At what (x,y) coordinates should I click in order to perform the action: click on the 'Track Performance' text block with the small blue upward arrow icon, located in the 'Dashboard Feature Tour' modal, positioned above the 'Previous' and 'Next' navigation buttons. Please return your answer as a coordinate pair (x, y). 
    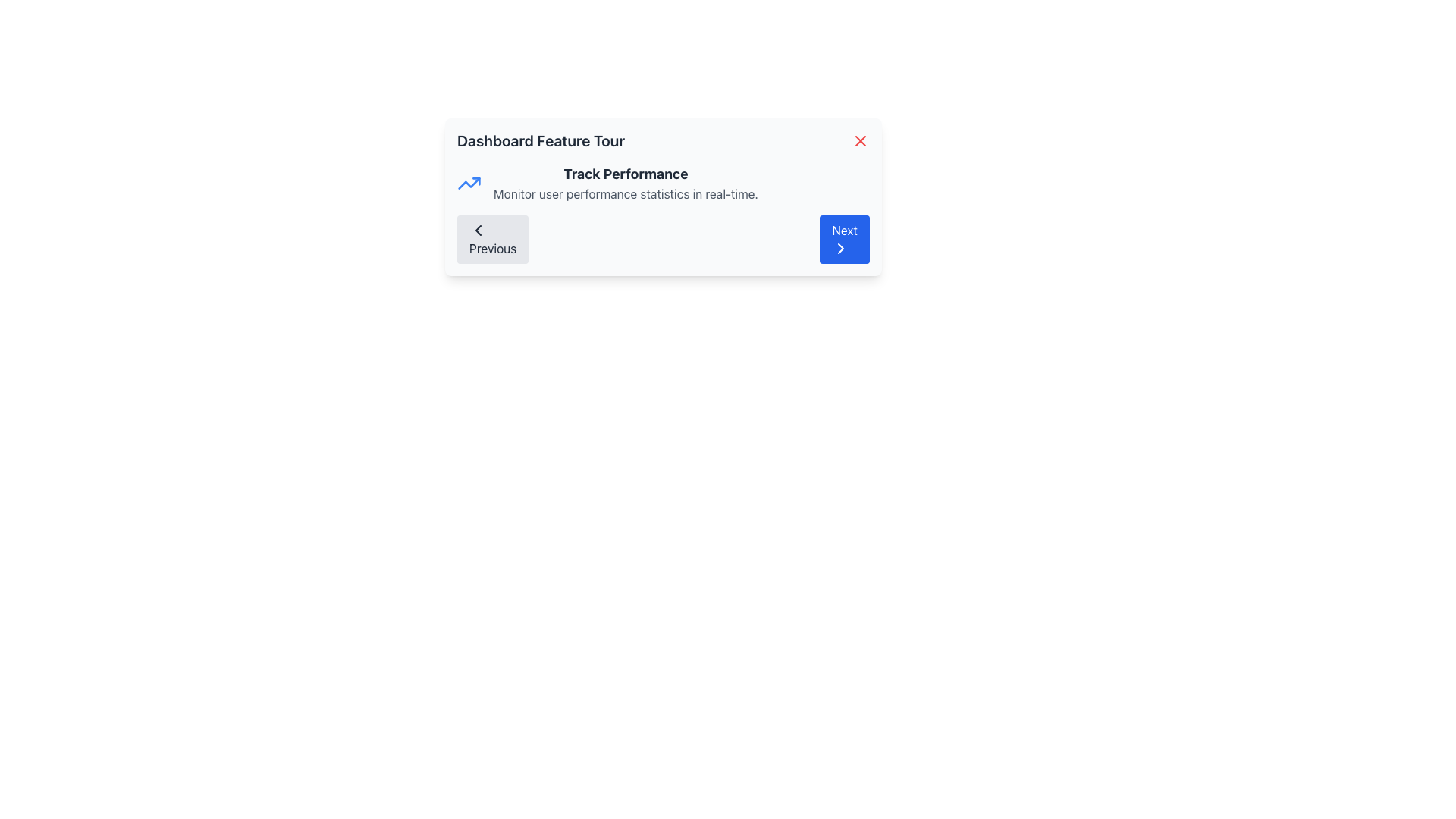
    Looking at the image, I should click on (663, 183).